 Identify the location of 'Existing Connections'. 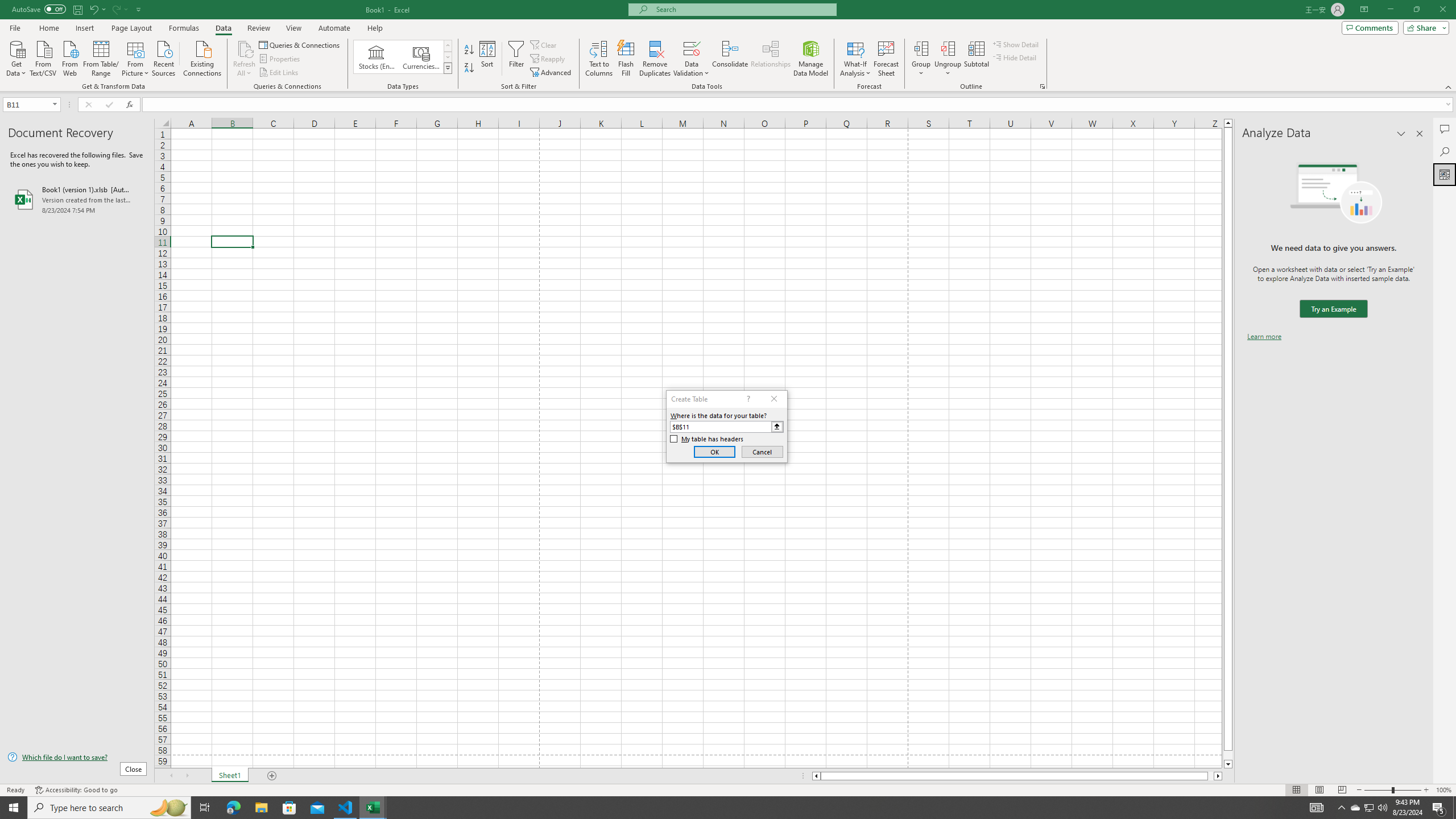
(201, 57).